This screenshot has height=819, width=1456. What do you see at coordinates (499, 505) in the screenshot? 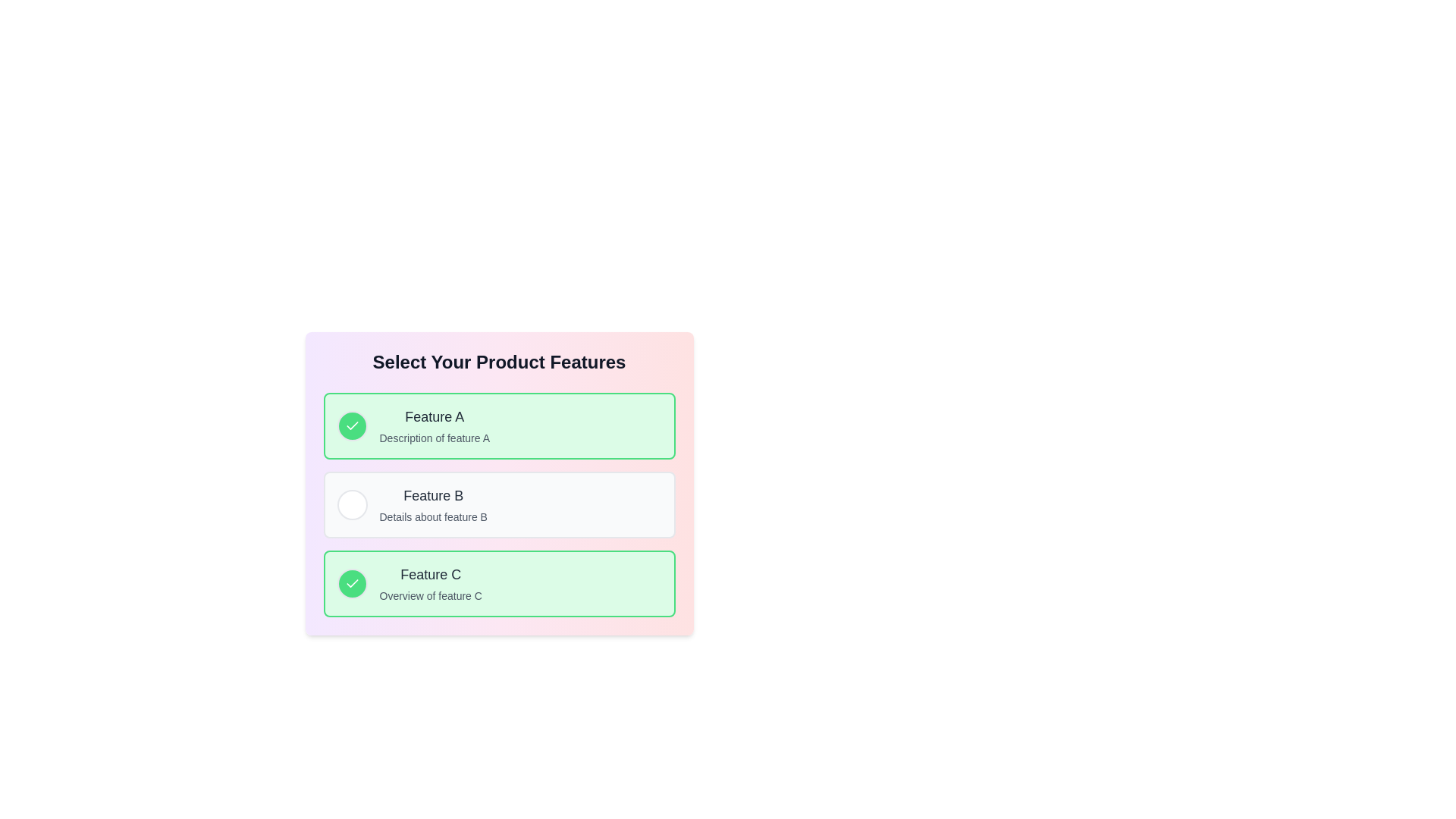
I see `the circular interactive button within the 'Feature B' section of the Selectable content` at bounding box center [499, 505].